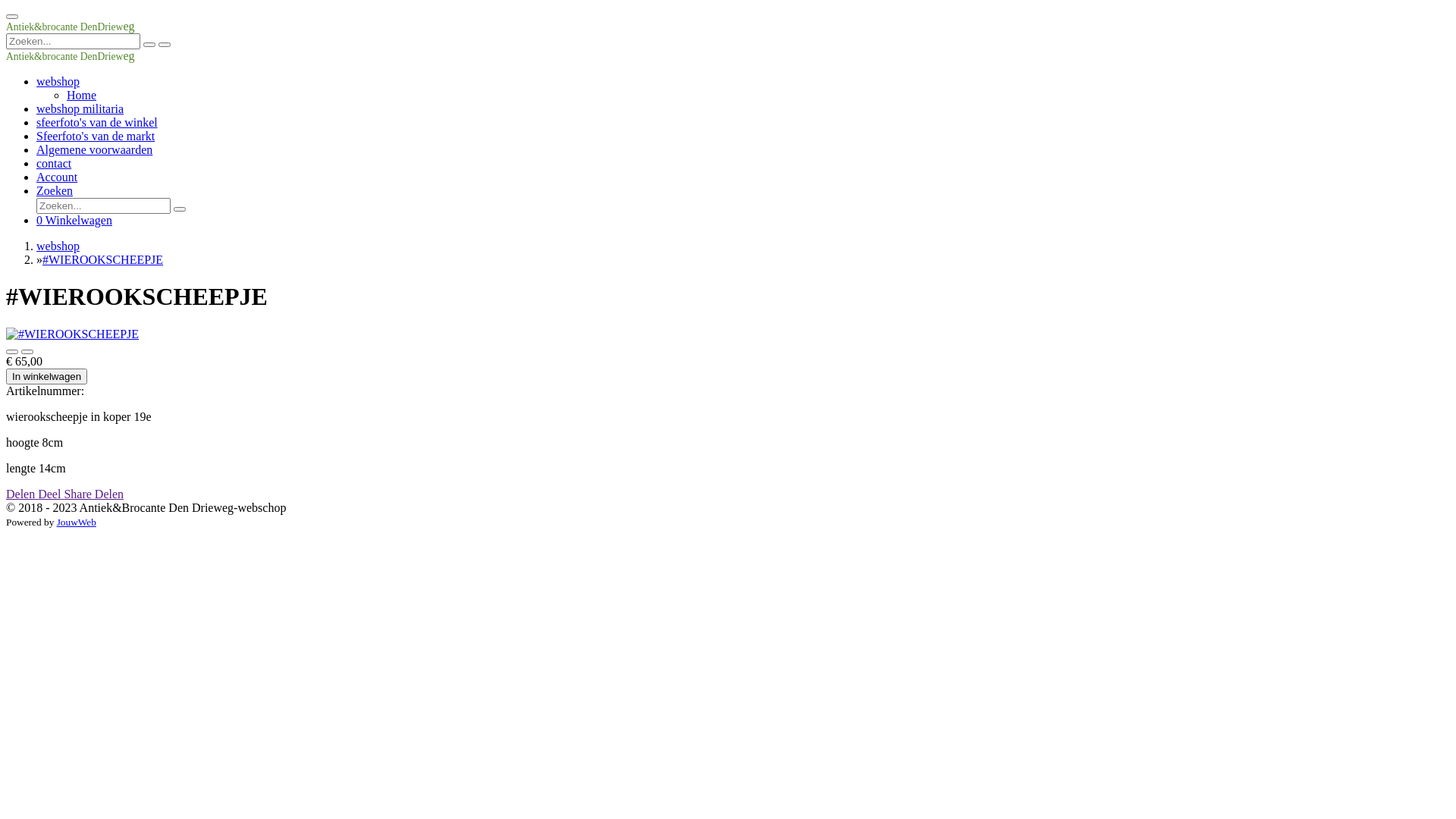 Image resolution: width=1456 pixels, height=819 pixels. Describe the element at coordinates (6, 55) in the screenshot. I see `'Antiek&brocante DenDrieweg'` at that location.